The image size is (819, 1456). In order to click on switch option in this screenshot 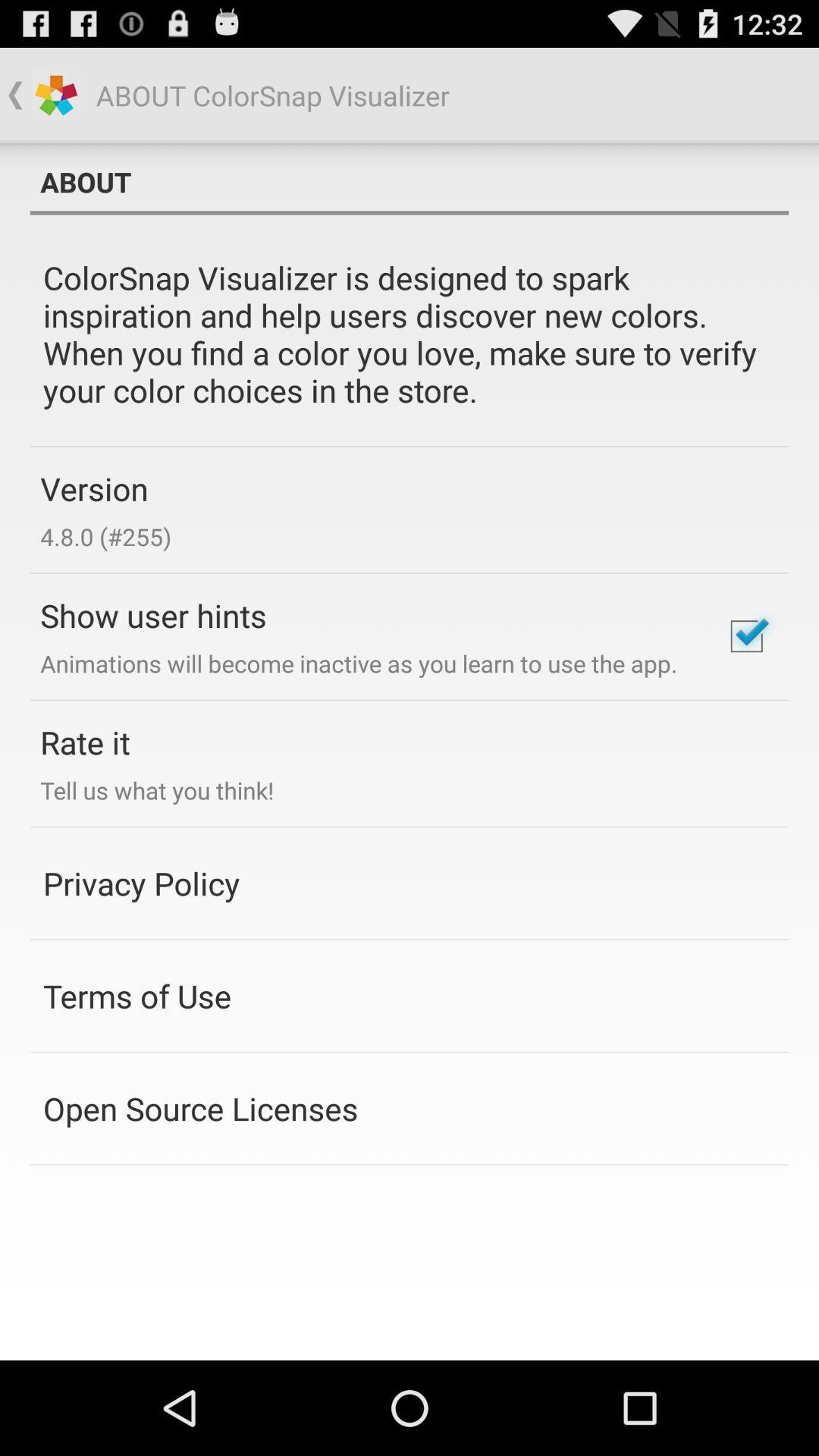, I will do `click(745, 636)`.